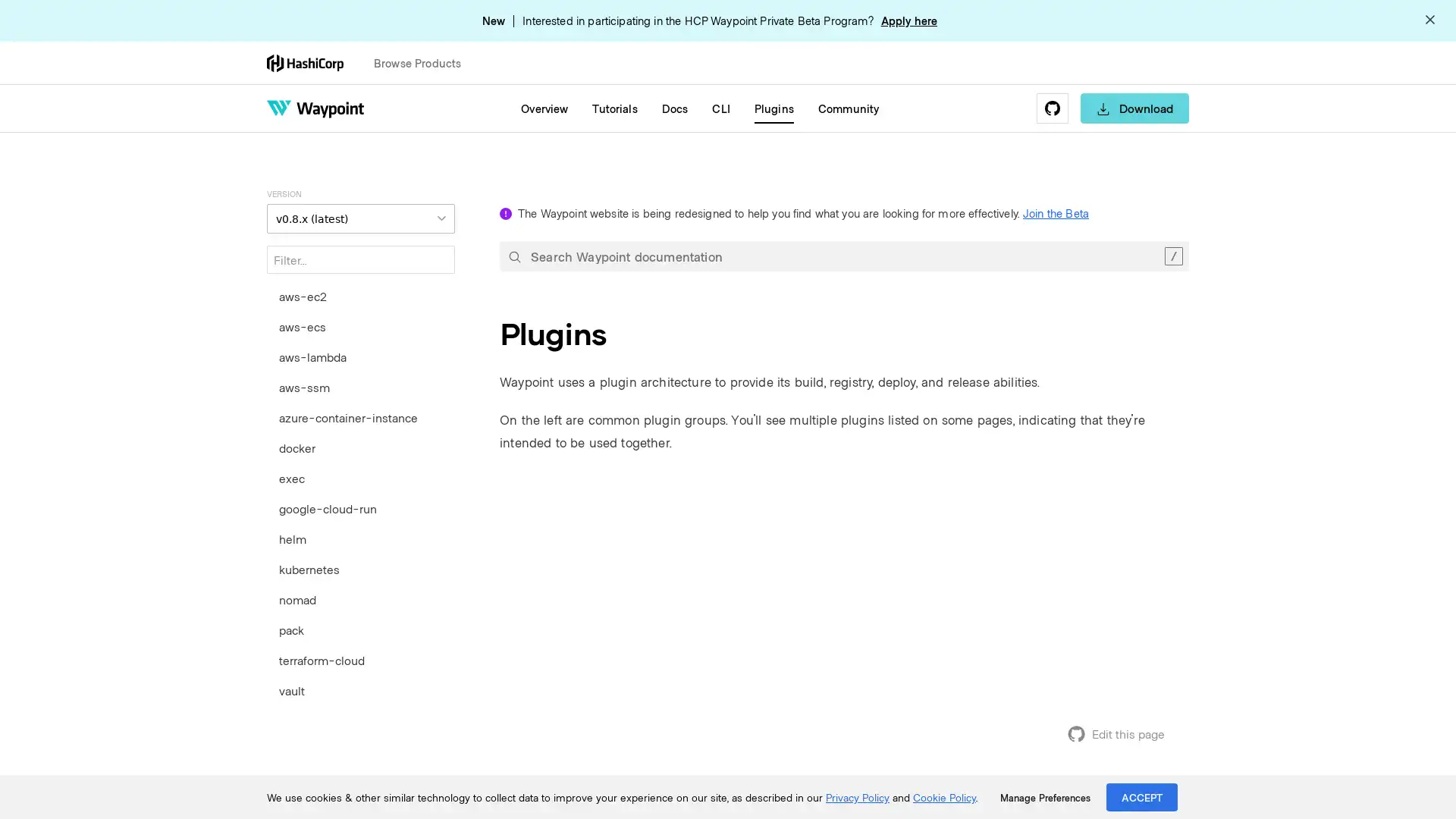 Image resolution: width=1456 pixels, height=819 pixels. Describe the element at coordinates (424, 62) in the screenshot. I see `Browse Products Open this menu` at that location.